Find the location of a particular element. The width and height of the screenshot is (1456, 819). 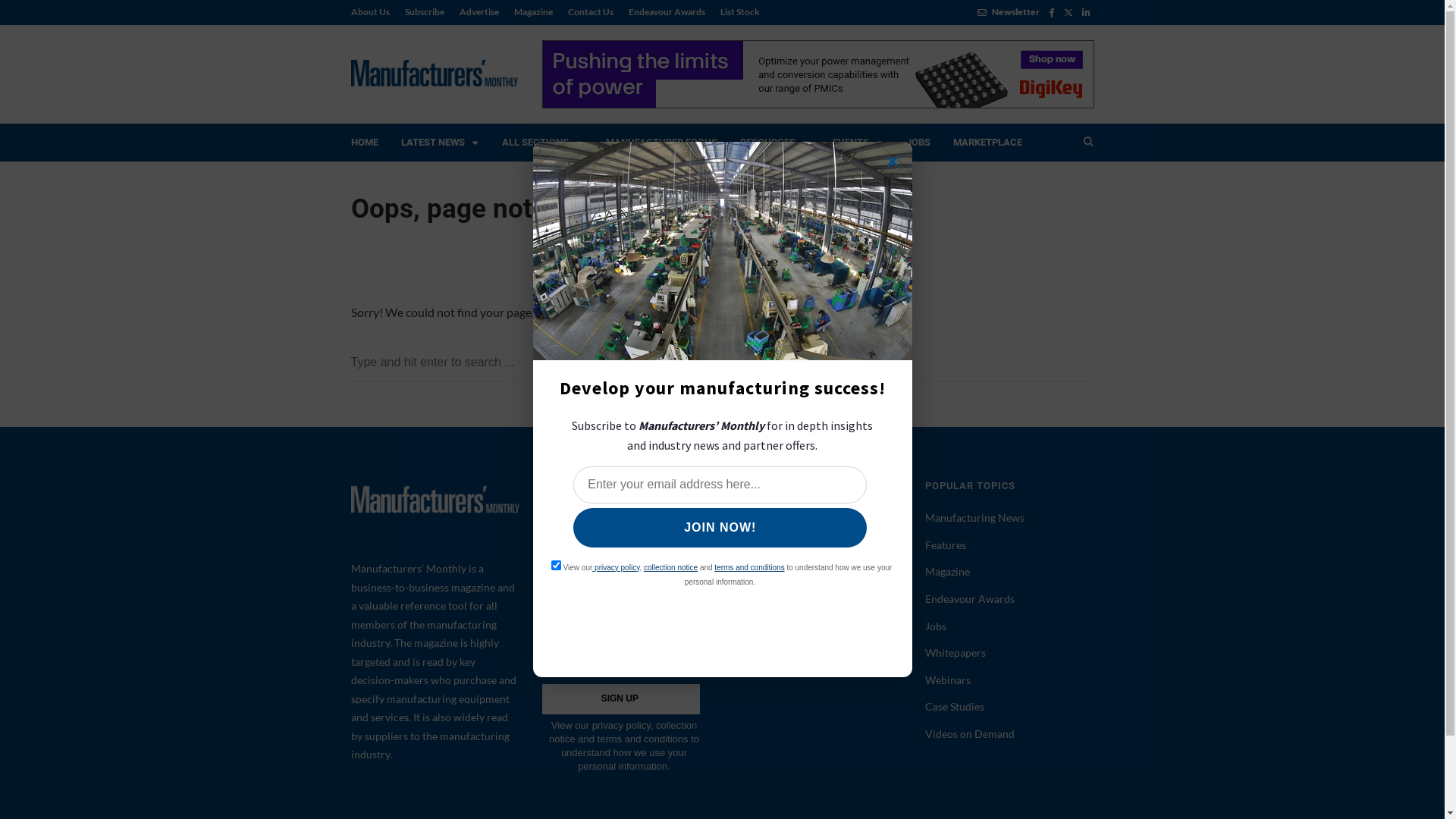

'Newsletter' is located at coordinates (1008, 11).